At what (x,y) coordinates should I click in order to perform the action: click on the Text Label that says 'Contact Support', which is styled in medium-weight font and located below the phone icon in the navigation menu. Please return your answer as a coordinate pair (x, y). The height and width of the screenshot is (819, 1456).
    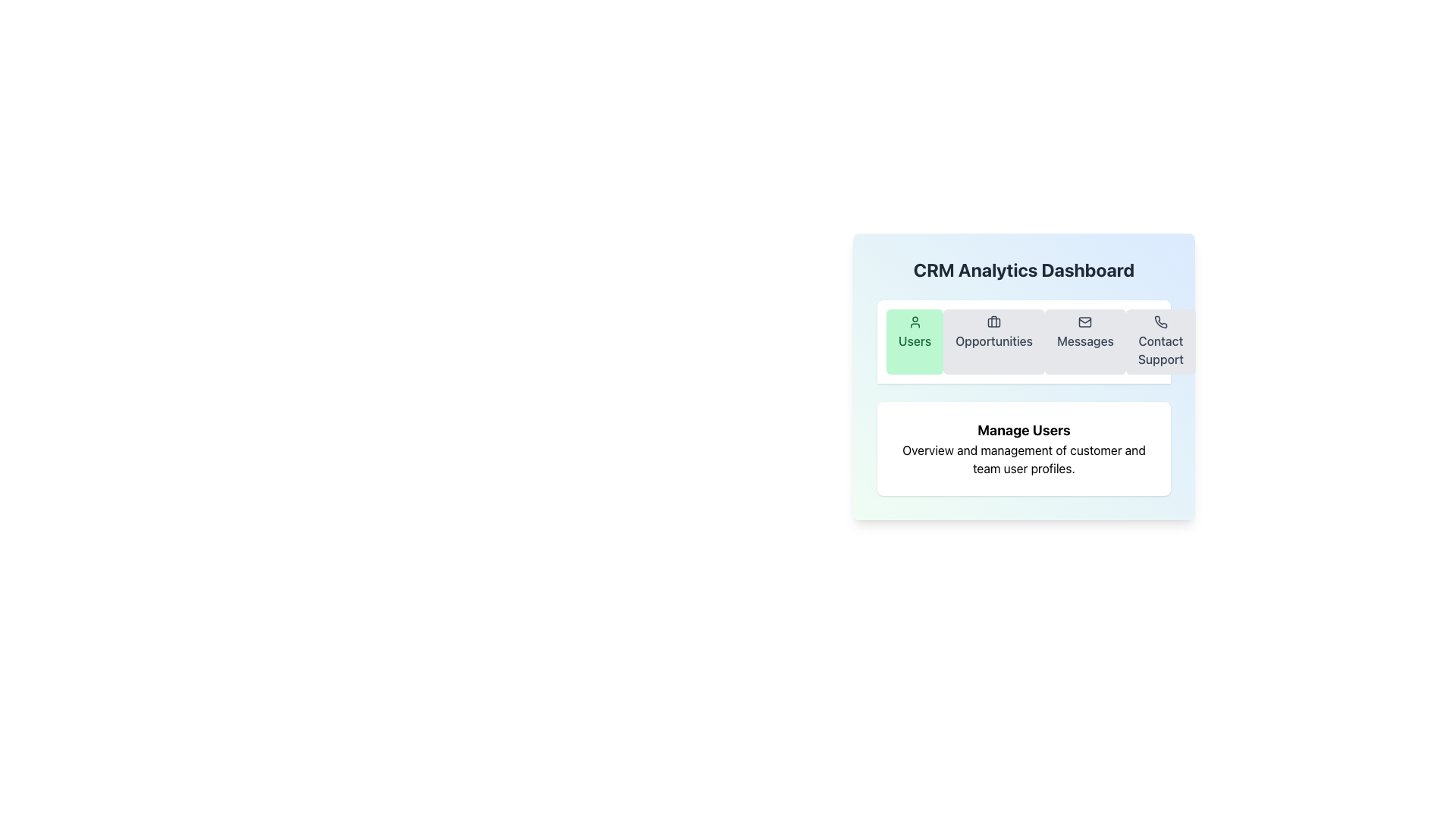
    Looking at the image, I should click on (1159, 350).